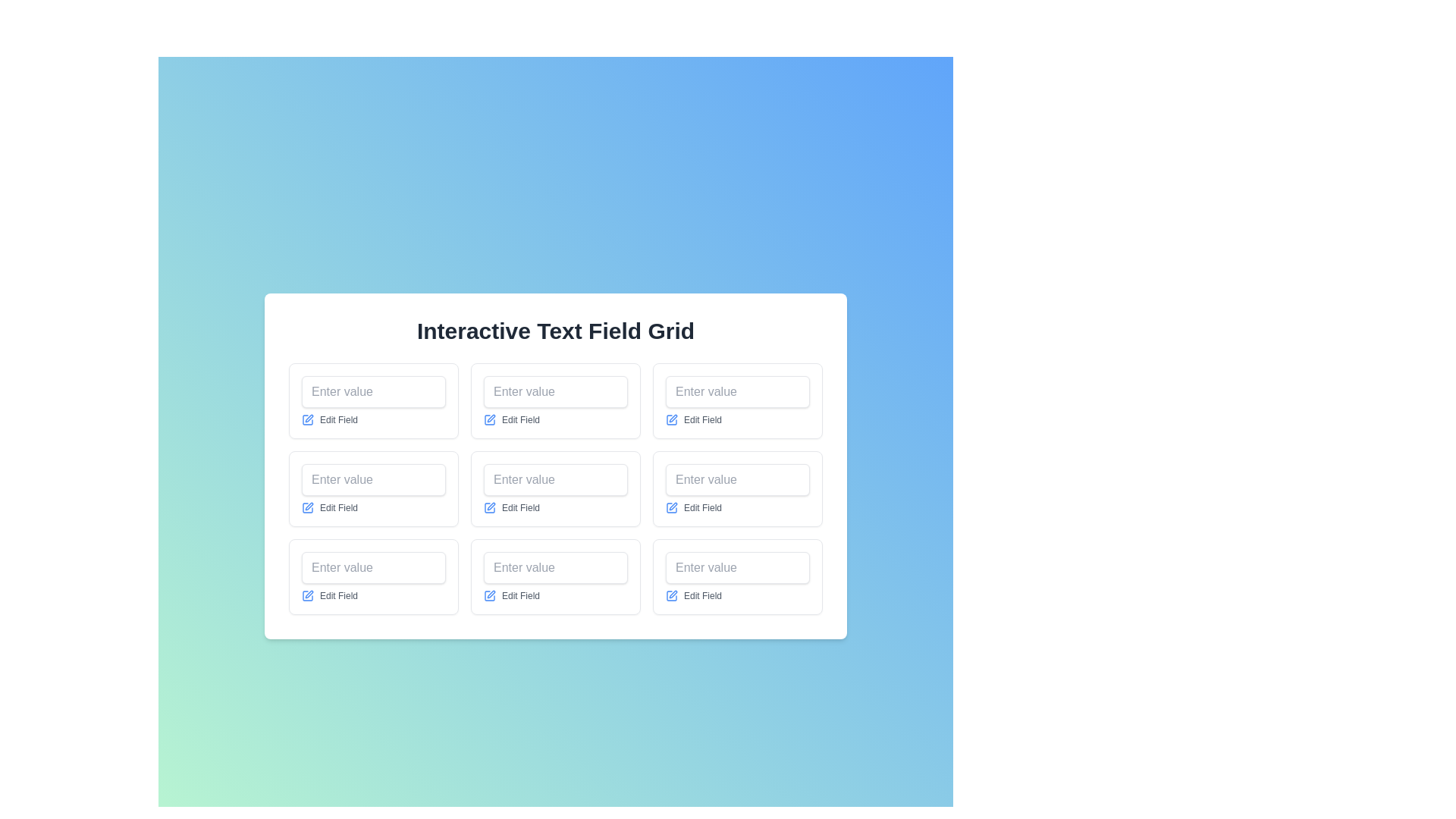 The image size is (1456, 819). What do you see at coordinates (309, 418) in the screenshot?
I see `the colored pen icon located beside the 'Edit Field' input in the top-left corner of the grid's cell` at bounding box center [309, 418].